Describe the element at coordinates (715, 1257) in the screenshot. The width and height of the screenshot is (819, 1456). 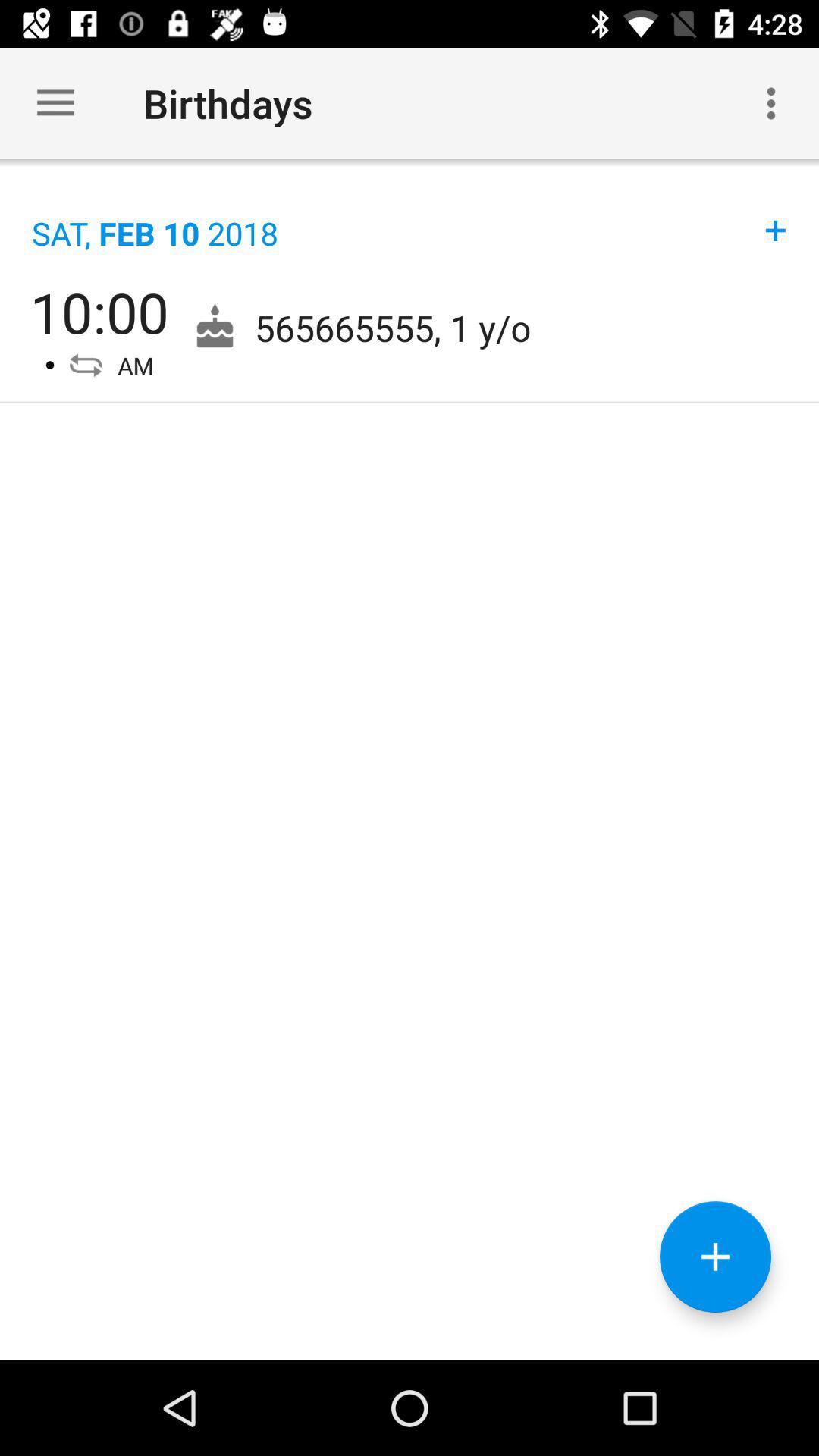
I see `more` at that location.